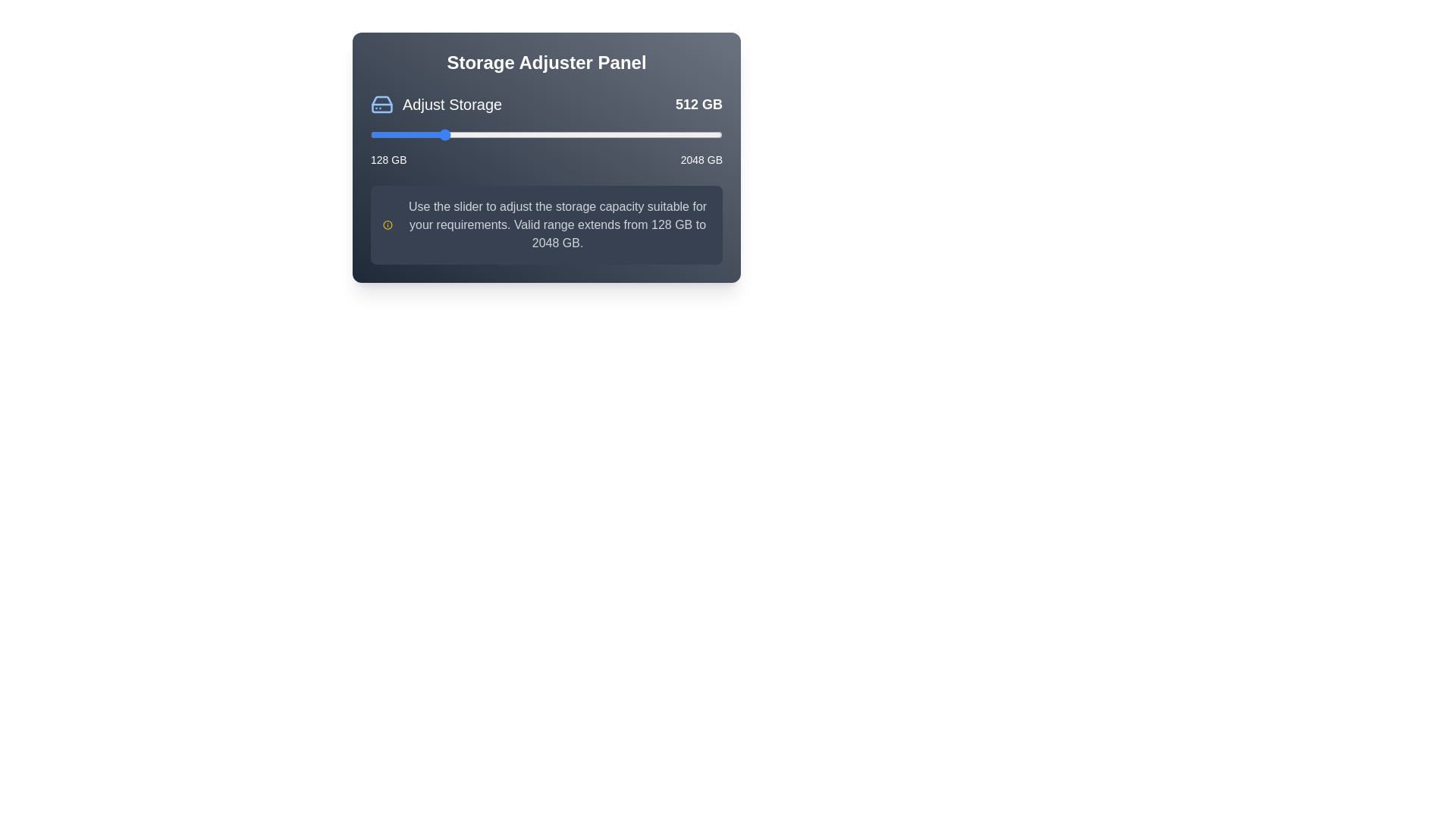  I want to click on the storage capacity, so click(450, 133).